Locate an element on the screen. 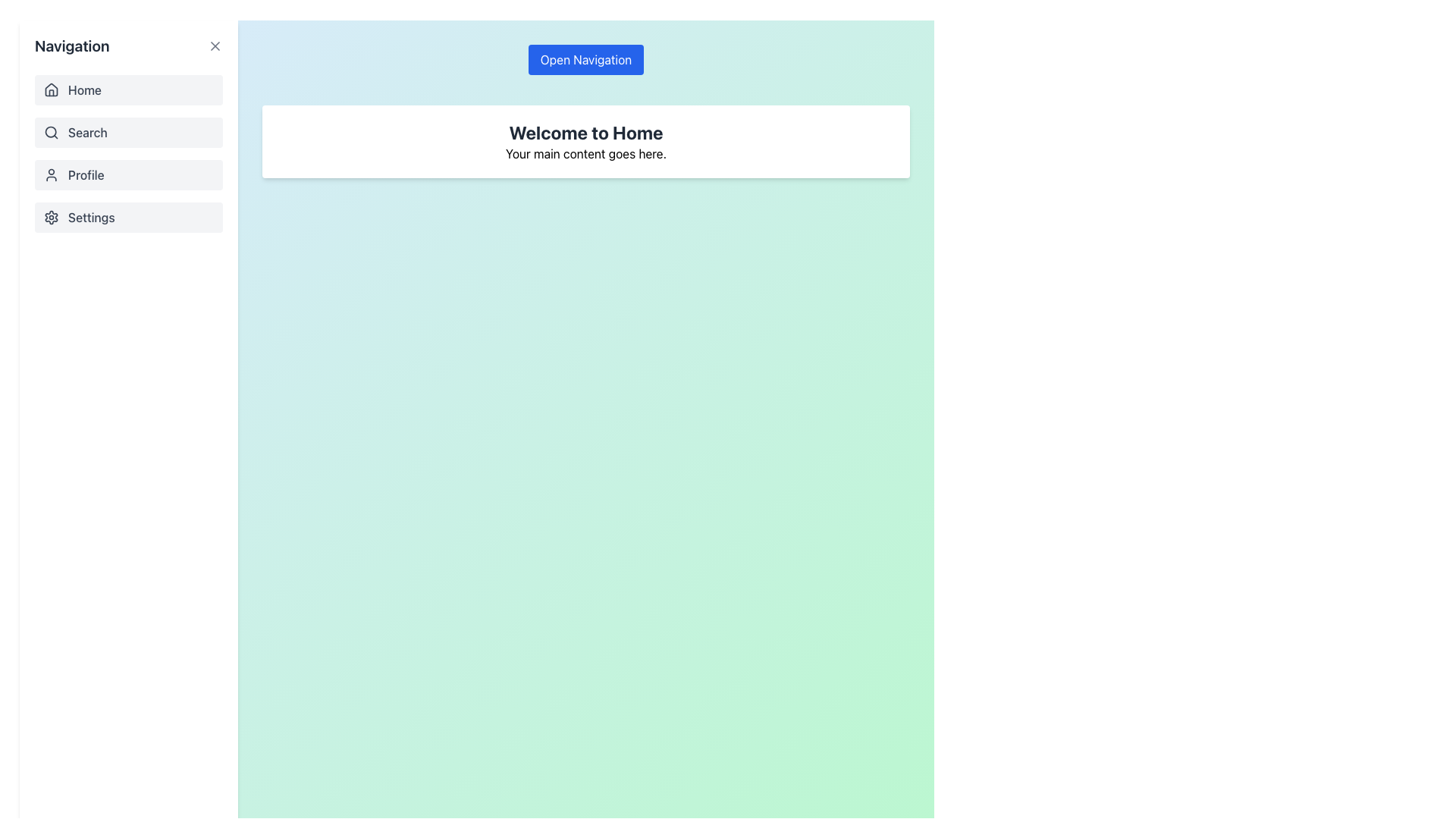 The height and width of the screenshot is (819, 1456). text content of the prominent heading located at the upper section of the white rectangular card with rounded corners is located at coordinates (585, 131).